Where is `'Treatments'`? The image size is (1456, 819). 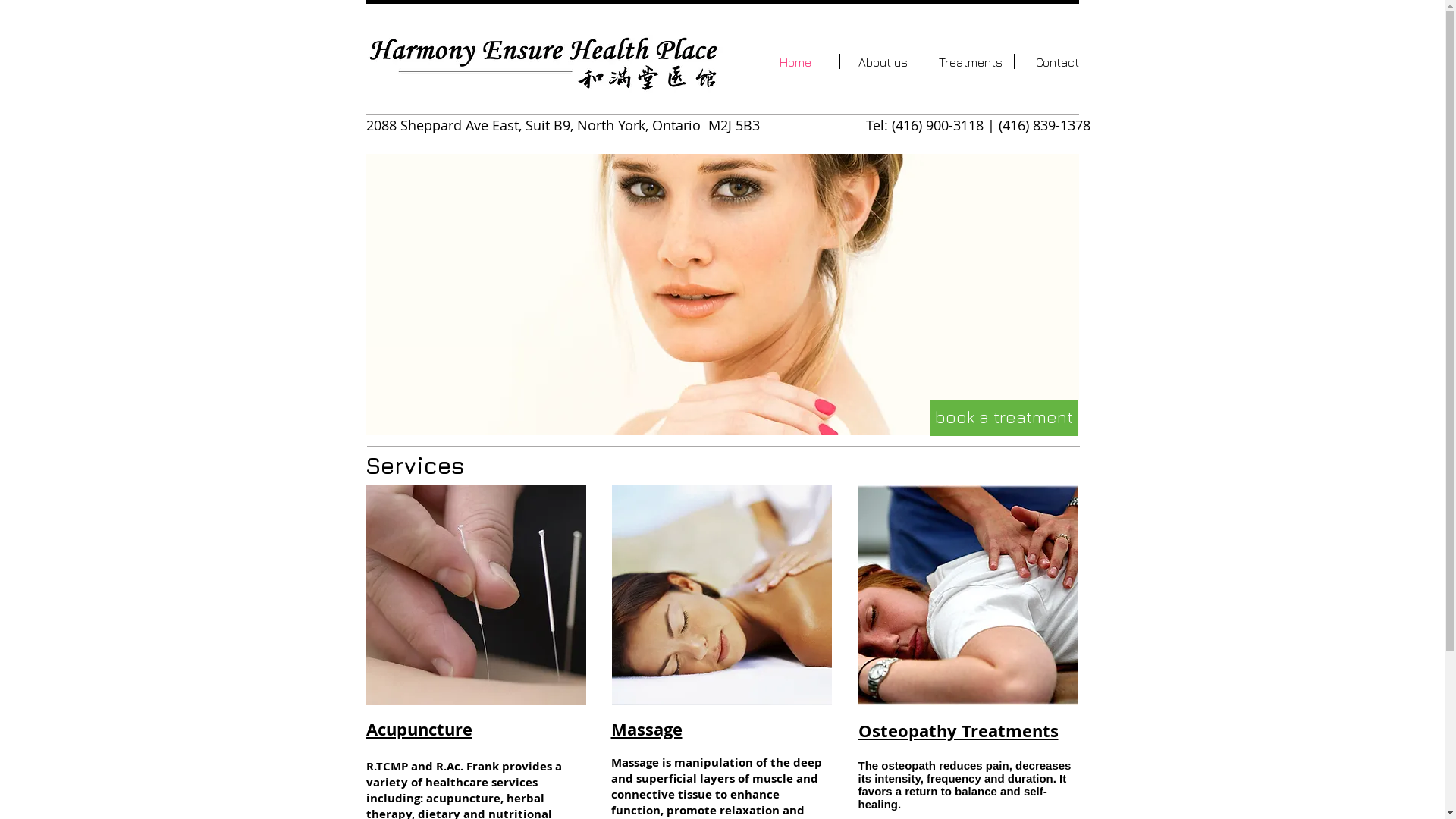 'Treatments' is located at coordinates (968, 61).